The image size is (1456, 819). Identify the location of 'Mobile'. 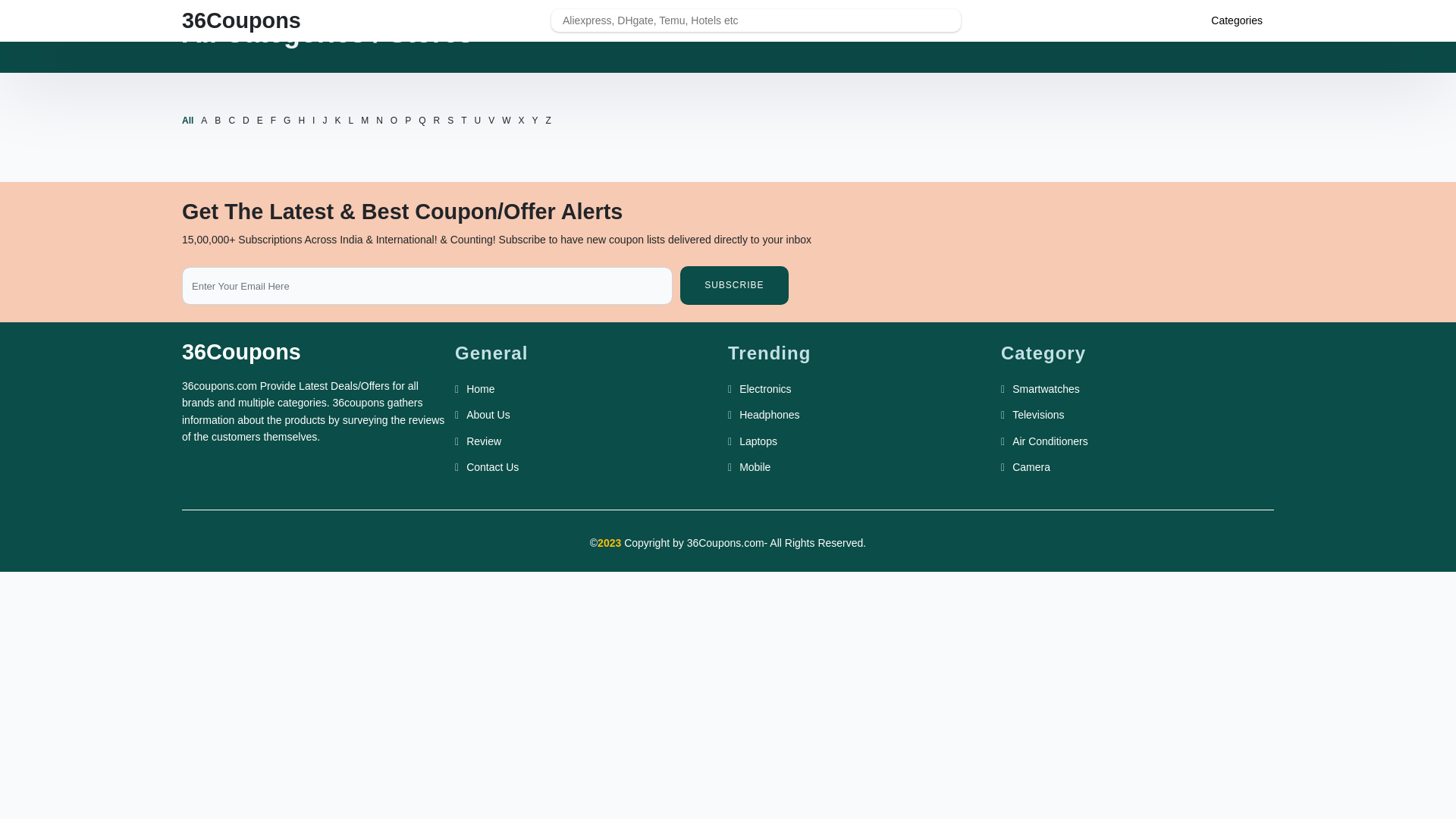
(755, 466).